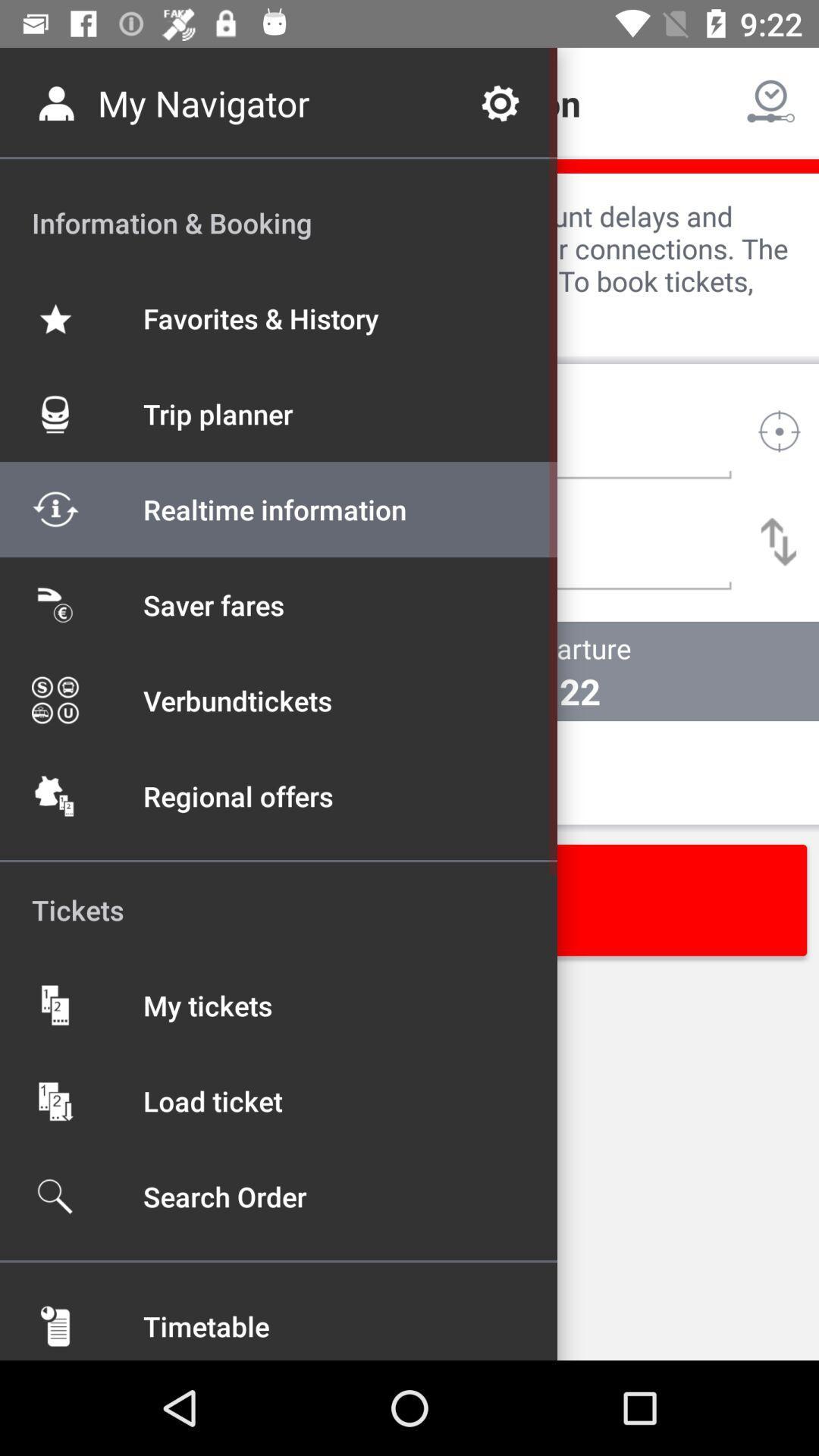 The height and width of the screenshot is (1456, 819). I want to click on the swap icon, so click(779, 541).